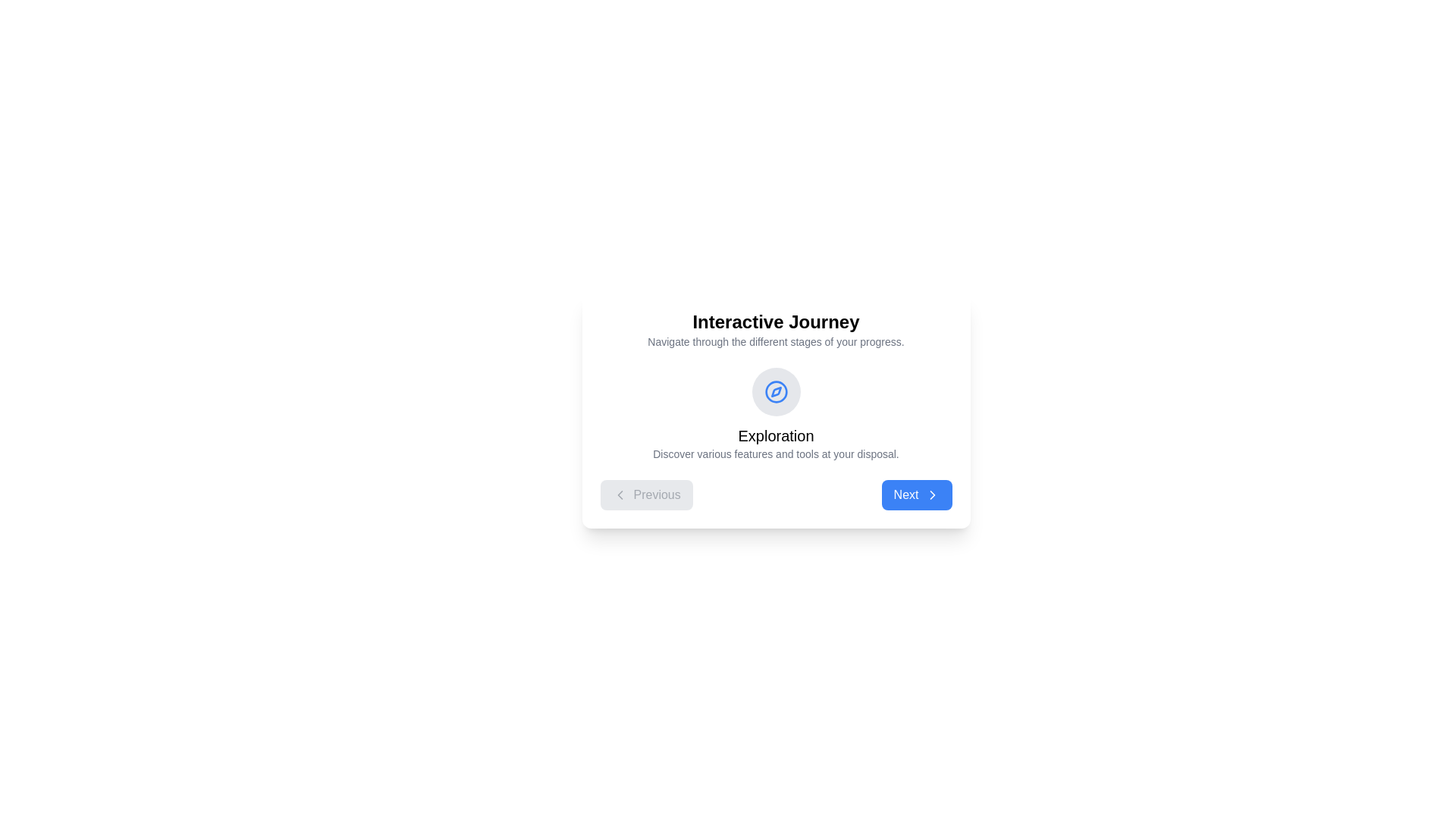 The width and height of the screenshot is (1456, 819). Describe the element at coordinates (776, 453) in the screenshot. I see `guiding text label located within the 'Exploration' section, which provides a brief description of available features and tools` at that location.